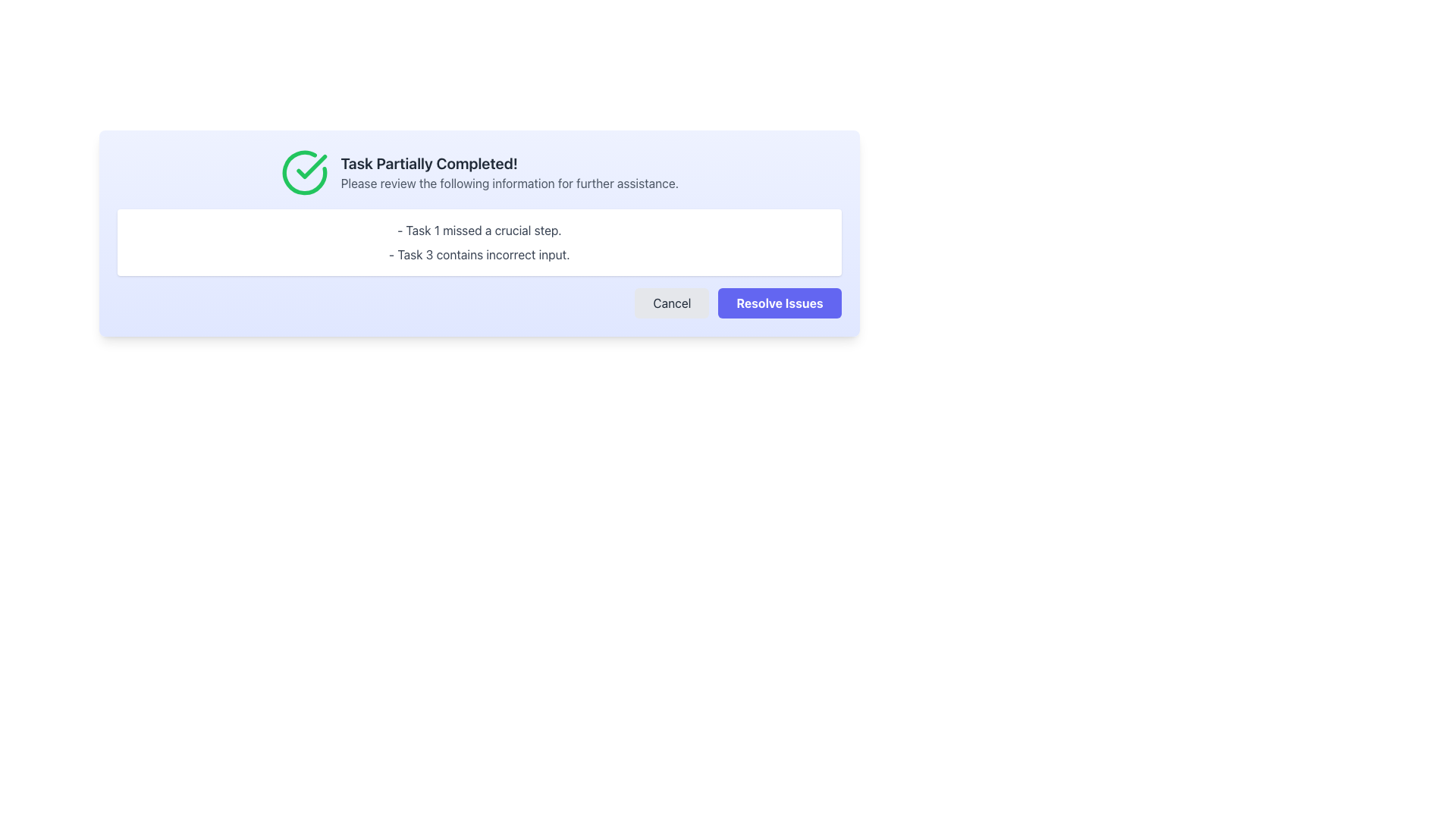 Image resolution: width=1456 pixels, height=819 pixels. I want to click on prominent header text indicating the status of a partially completed task, located just to the right of the green check icon at the top left of the dialog box, so click(510, 164).